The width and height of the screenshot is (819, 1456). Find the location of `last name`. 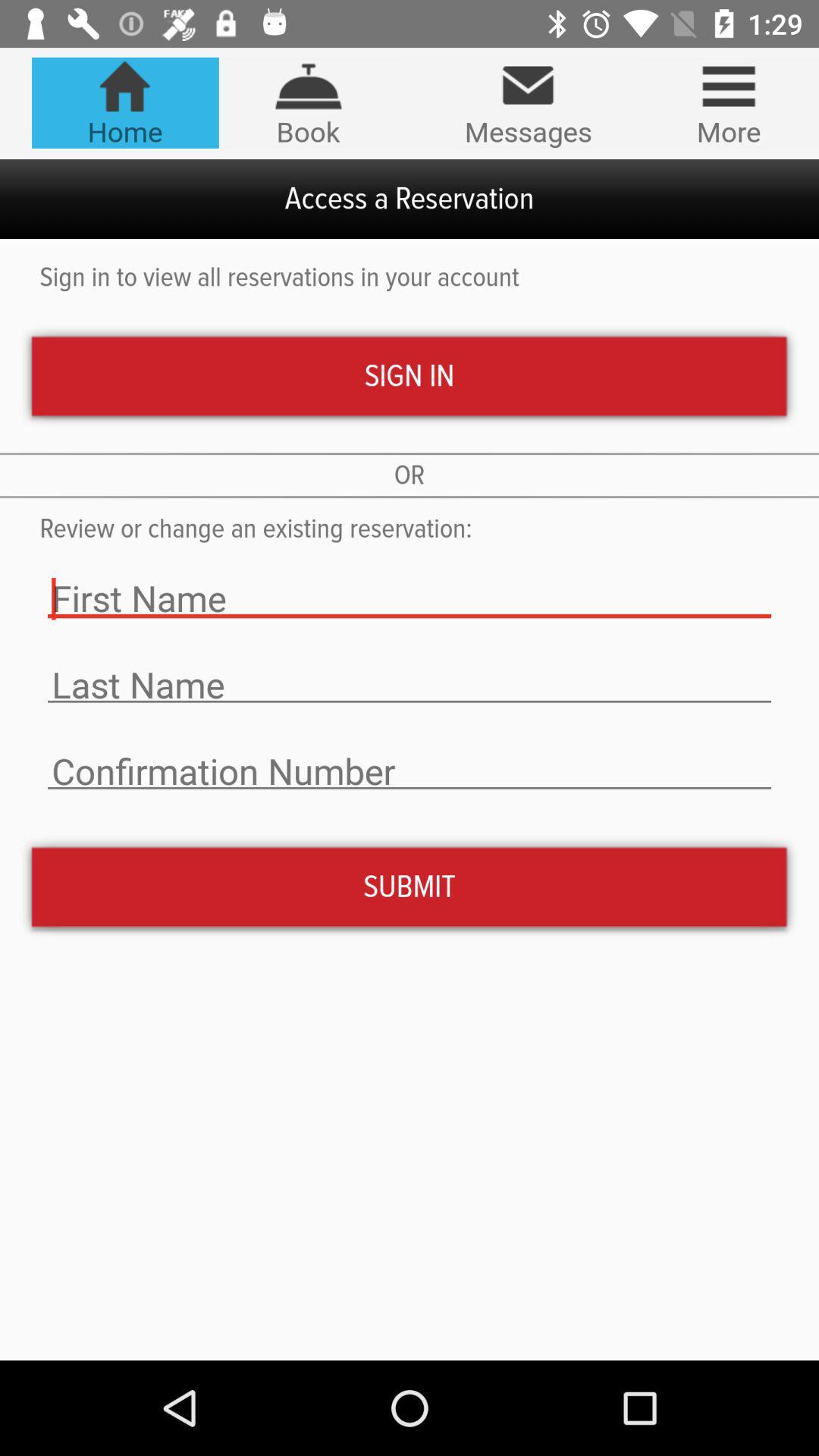

last name is located at coordinates (409, 684).